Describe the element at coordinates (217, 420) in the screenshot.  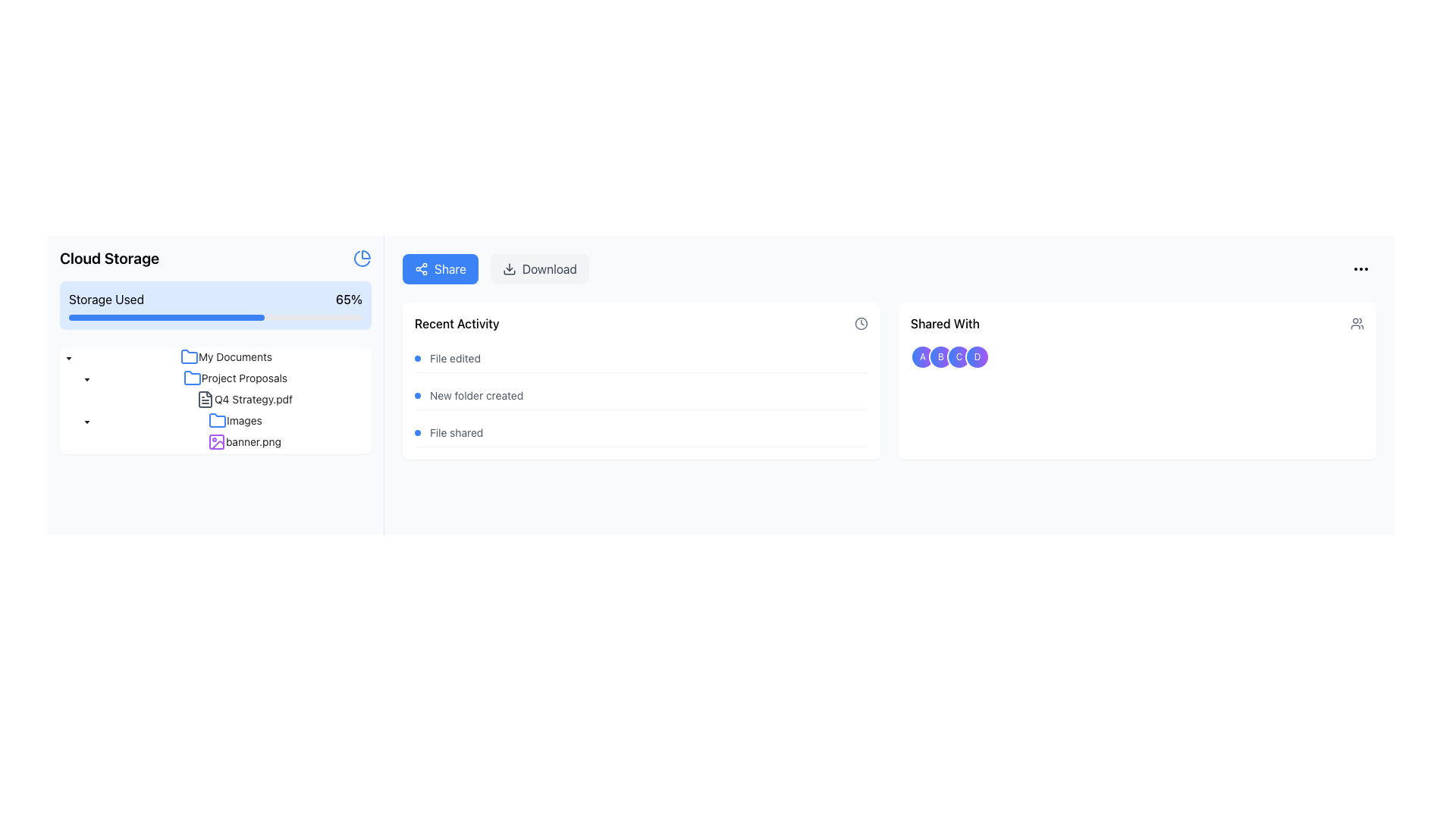
I see `the 'Images' folder icon located in the left column under 'Cloud Storage'` at that location.